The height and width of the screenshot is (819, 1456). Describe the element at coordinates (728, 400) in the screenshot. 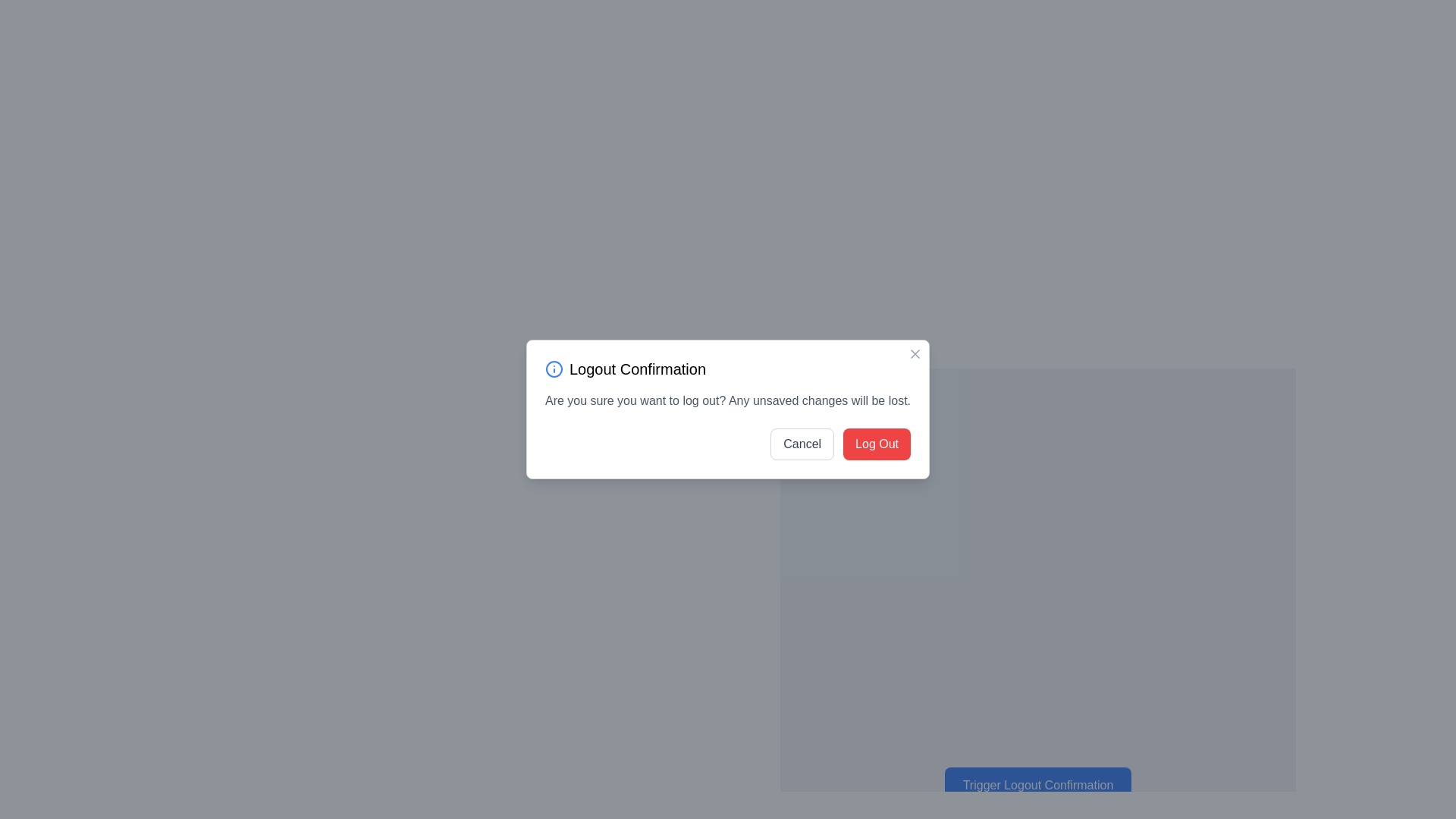

I see `the static text label displaying the message 'Are you sure you want to log out? Any unsaved changes will be lost.' located in the 'Logout Confirmation' modal dialog` at that location.